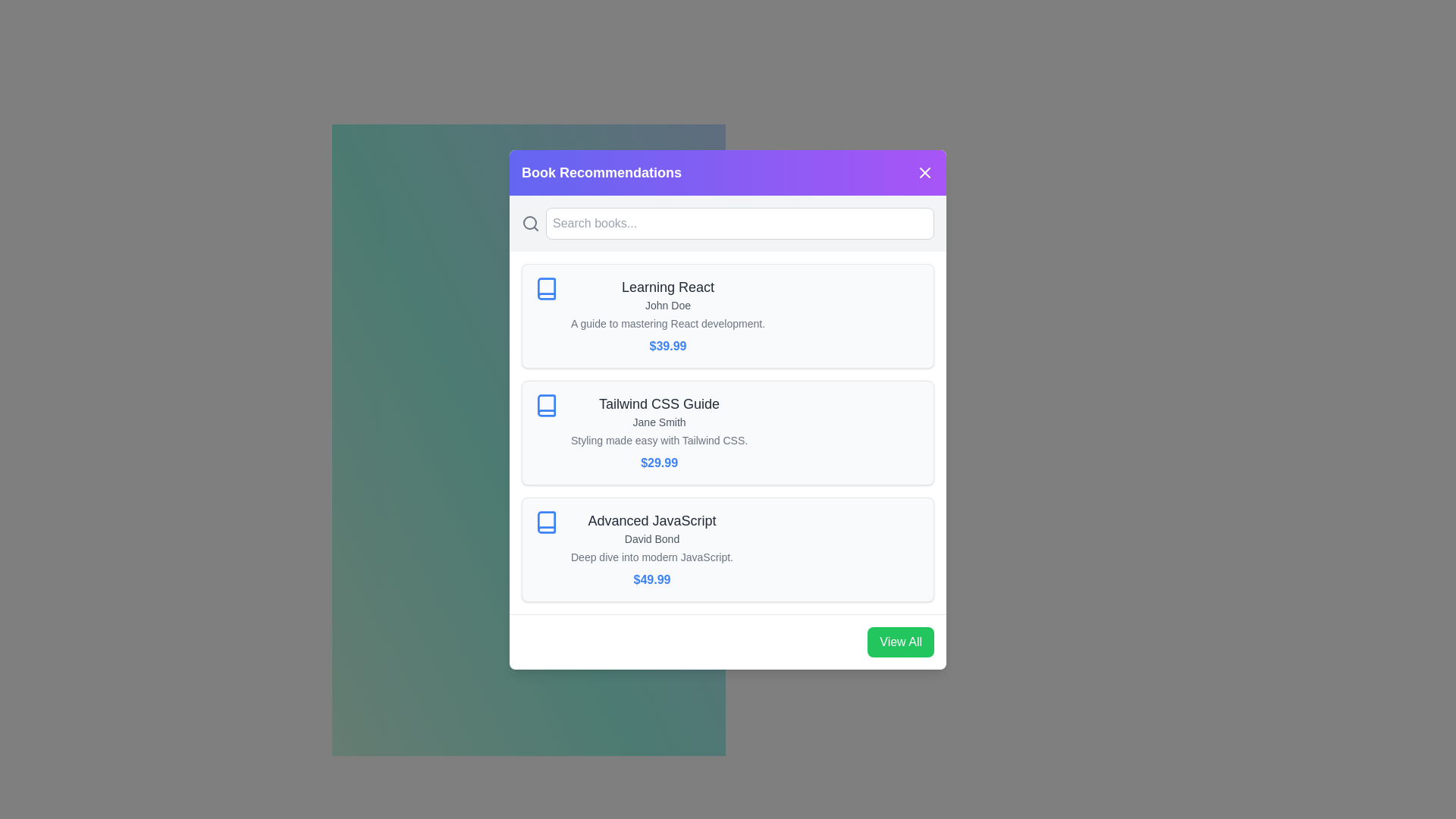  Describe the element at coordinates (924, 171) in the screenshot. I see `the small red cross icon in the top-right corner of the modal` at that location.